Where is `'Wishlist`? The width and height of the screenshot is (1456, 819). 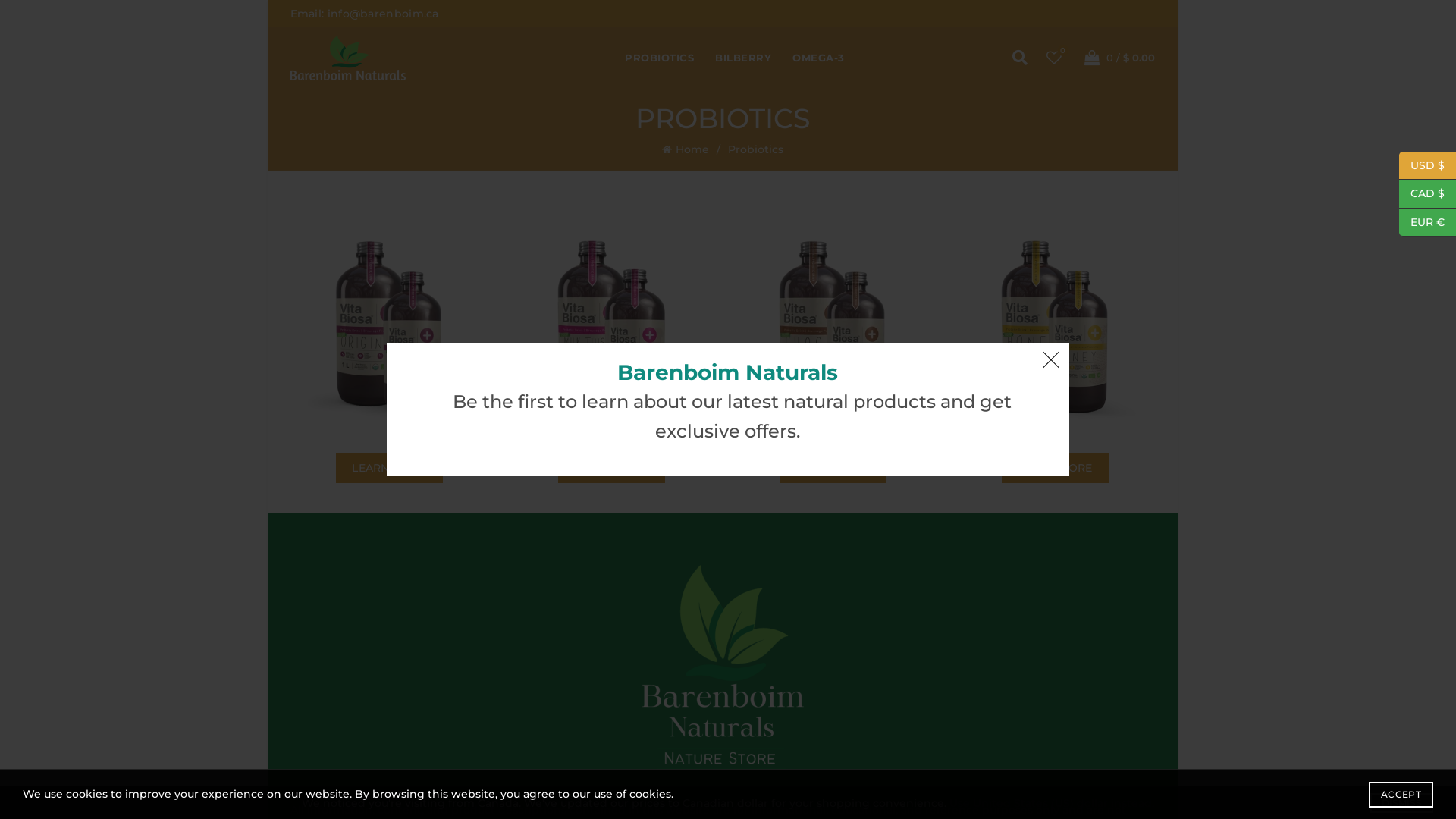
'Wishlist is located at coordinates (1040, 57).